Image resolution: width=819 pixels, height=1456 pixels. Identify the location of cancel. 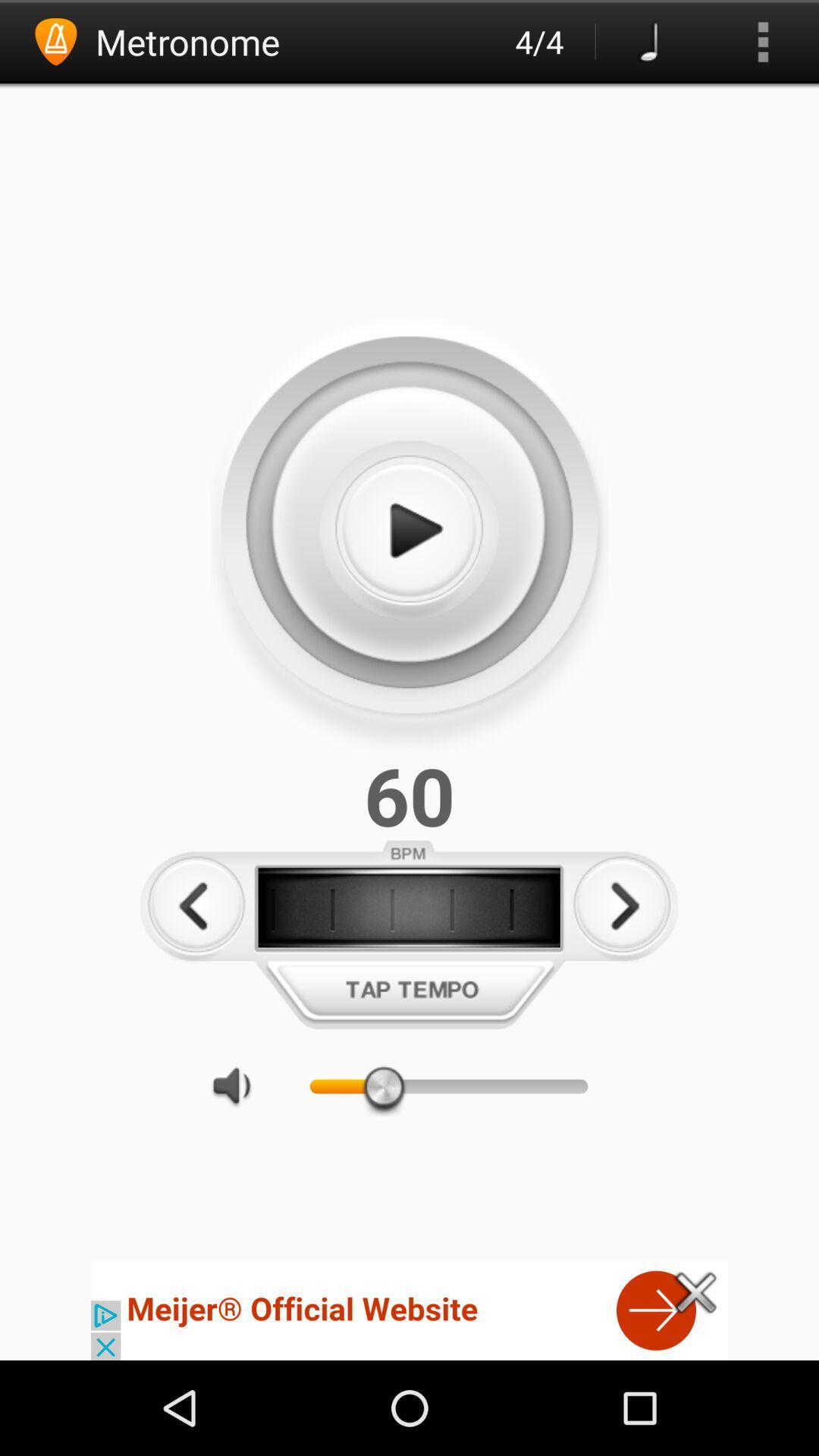
(696, 1291).